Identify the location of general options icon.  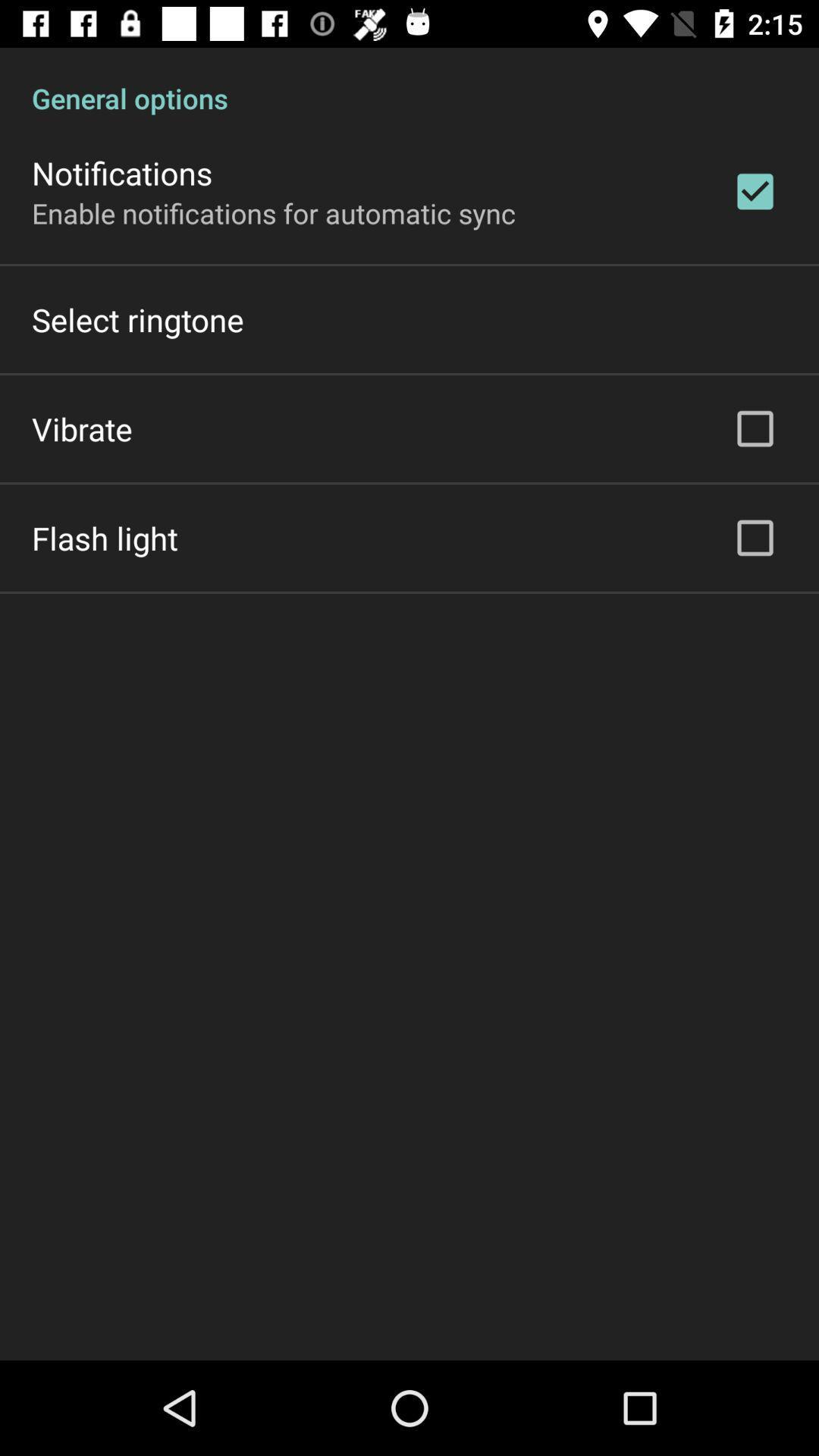
(409, 81).